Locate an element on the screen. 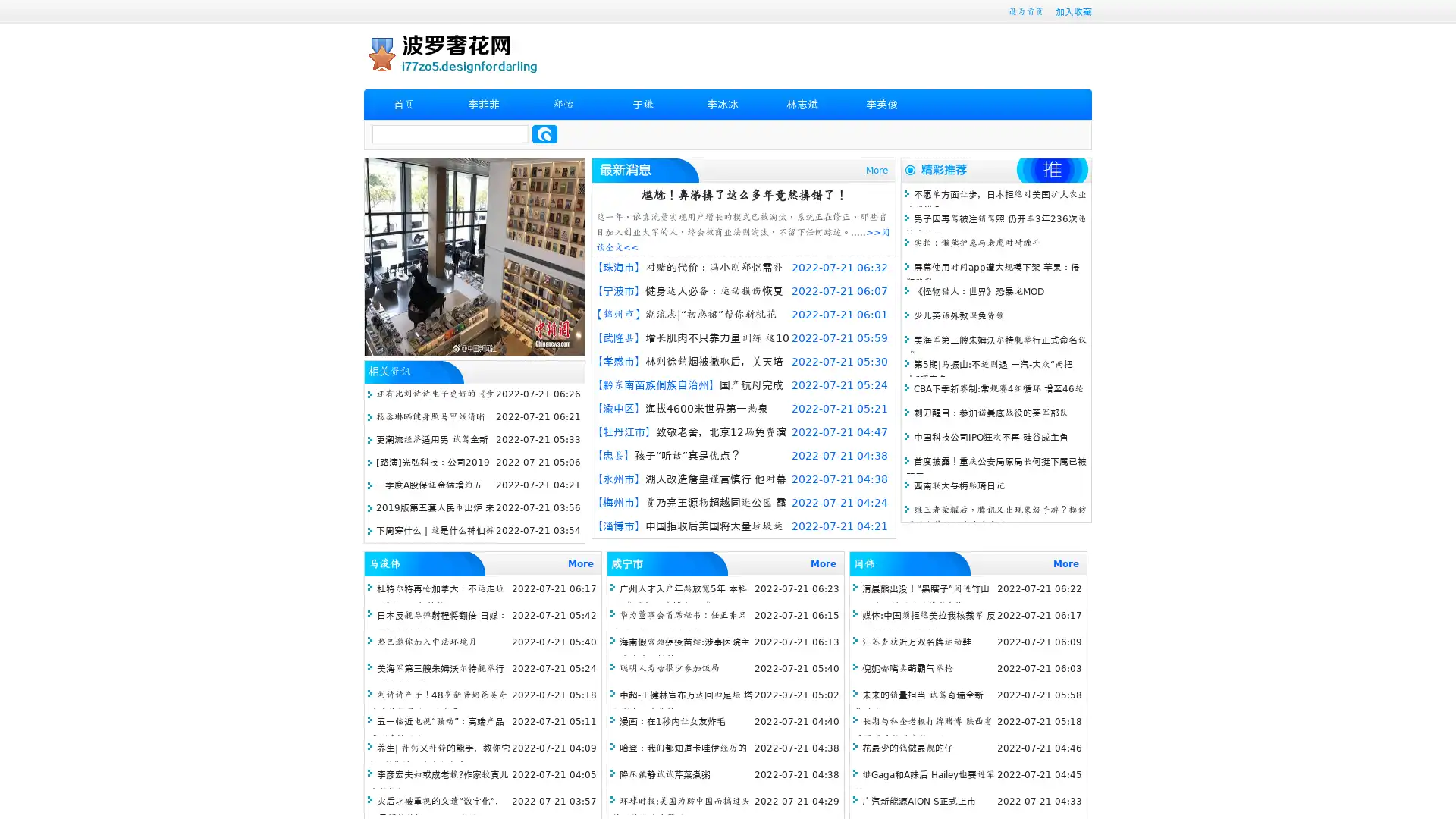  Search is located at coordinates (544, 133).